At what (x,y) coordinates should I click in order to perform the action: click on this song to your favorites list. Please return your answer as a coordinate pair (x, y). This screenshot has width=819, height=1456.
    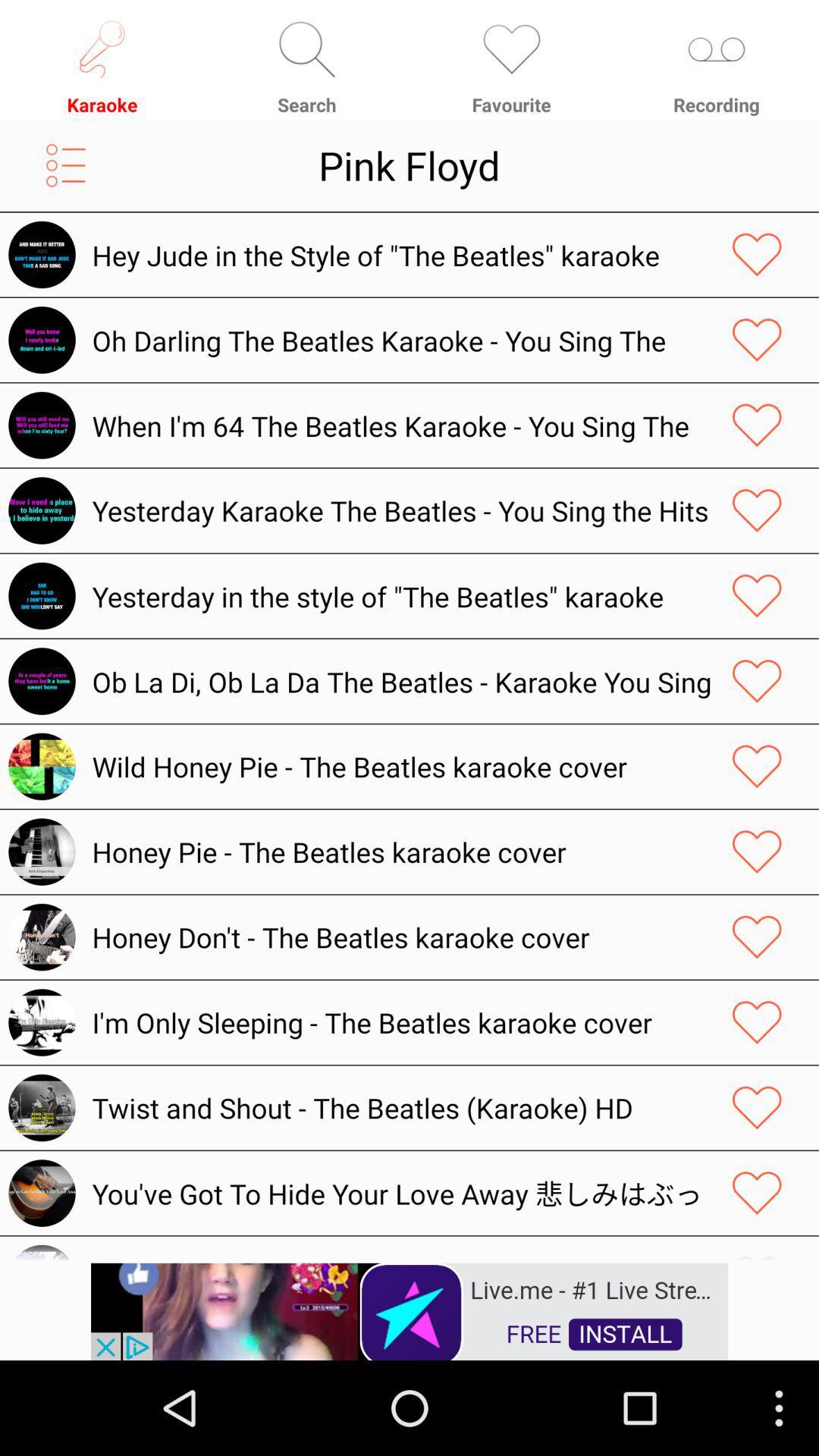
    Looking at the image, I should click on (757, 510).